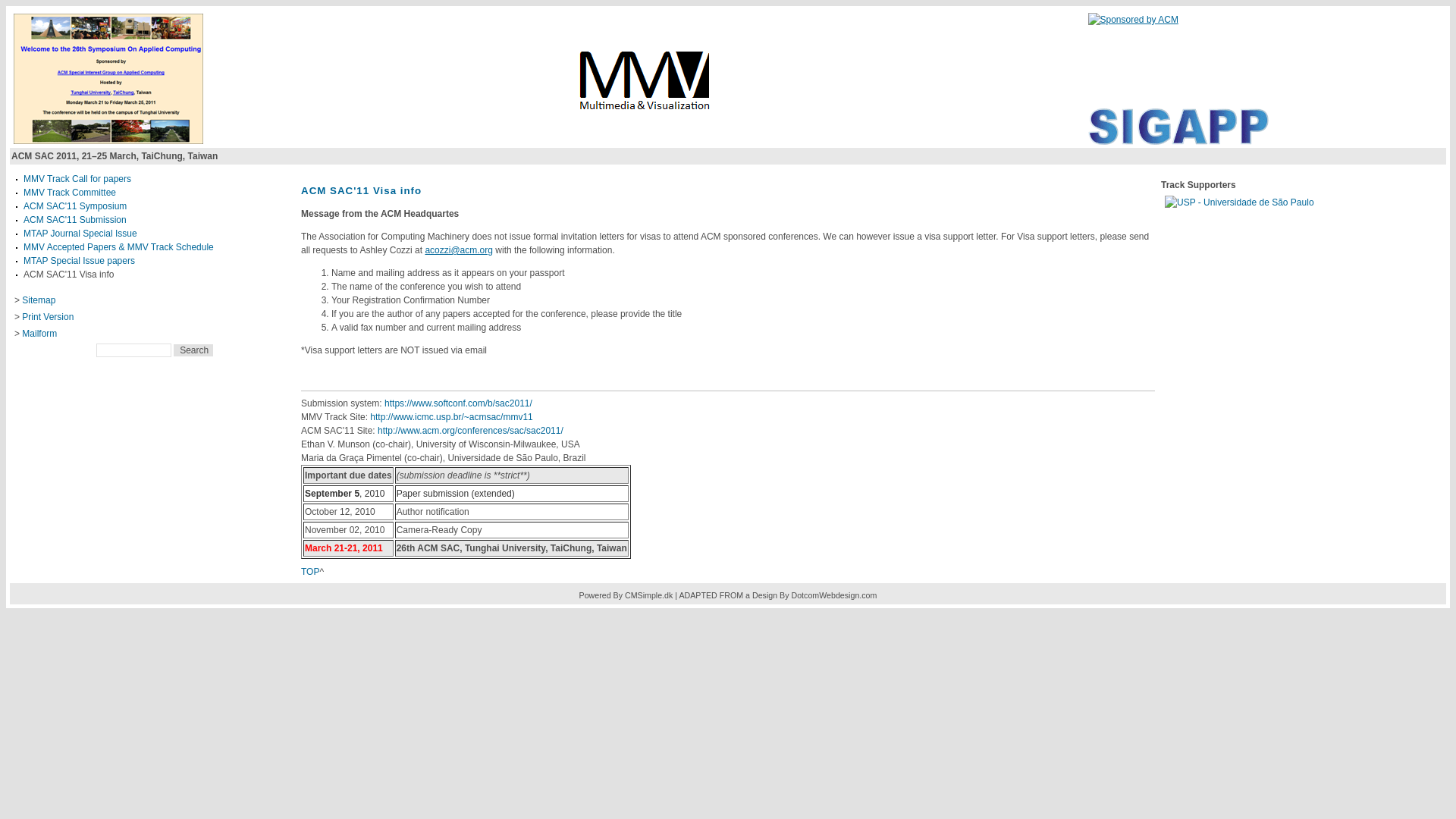 The width and height of the screenshot is (1456, 819). What do you see at coordinates (450, 417) in the screenshot?
I see `'http://www.icmc.usp.br/~acmsac/mmv11'` at bounding box center [450, 417].